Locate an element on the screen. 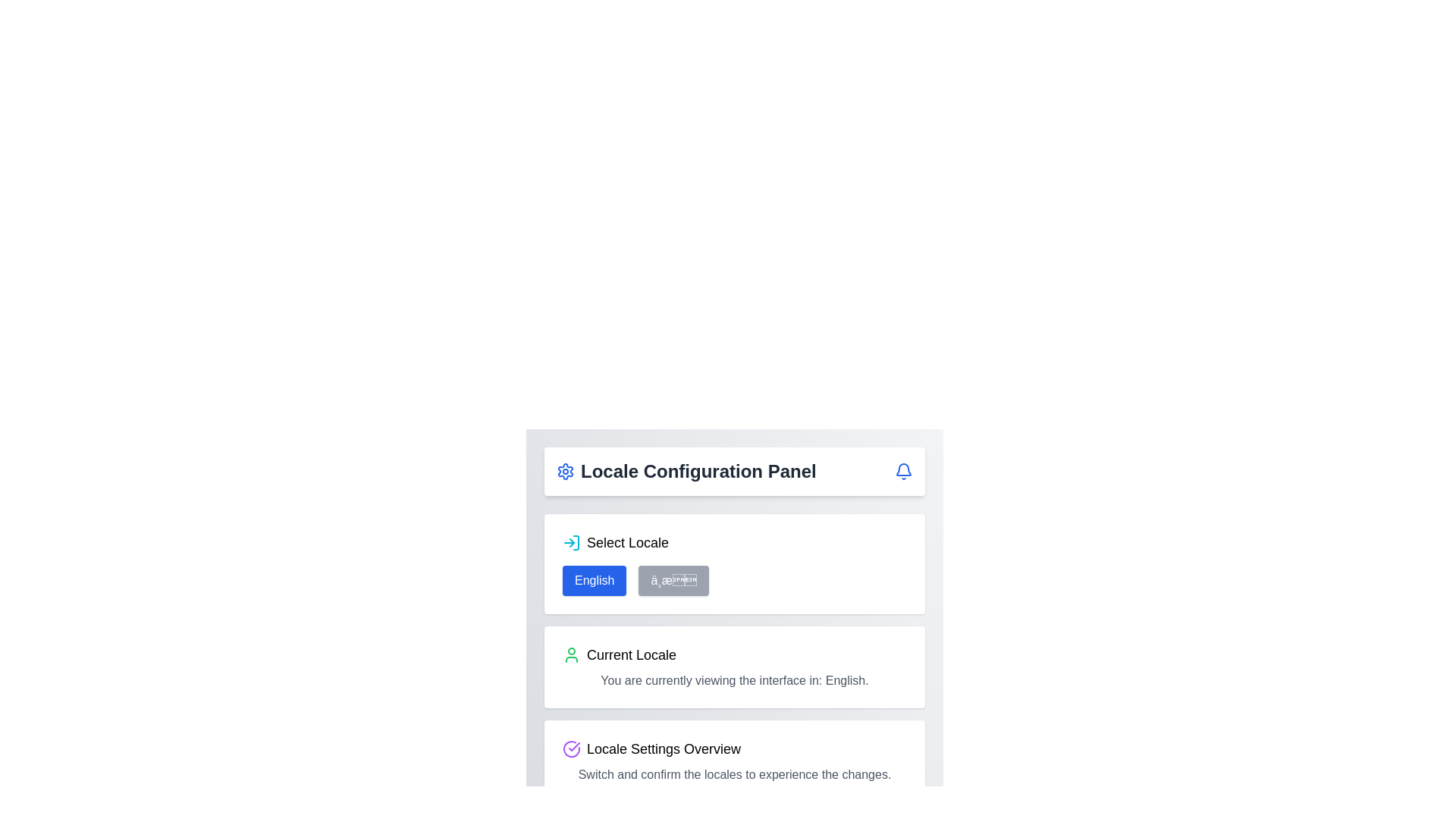 This screenshot has width=1456, height=819. the outer circular arc segment of the SVG icon labeled 'lucide-circle-check-big', styled with a purple outline, located at the bottom-right of the Locale Configuration Panel is located at coordinates (570, 748).